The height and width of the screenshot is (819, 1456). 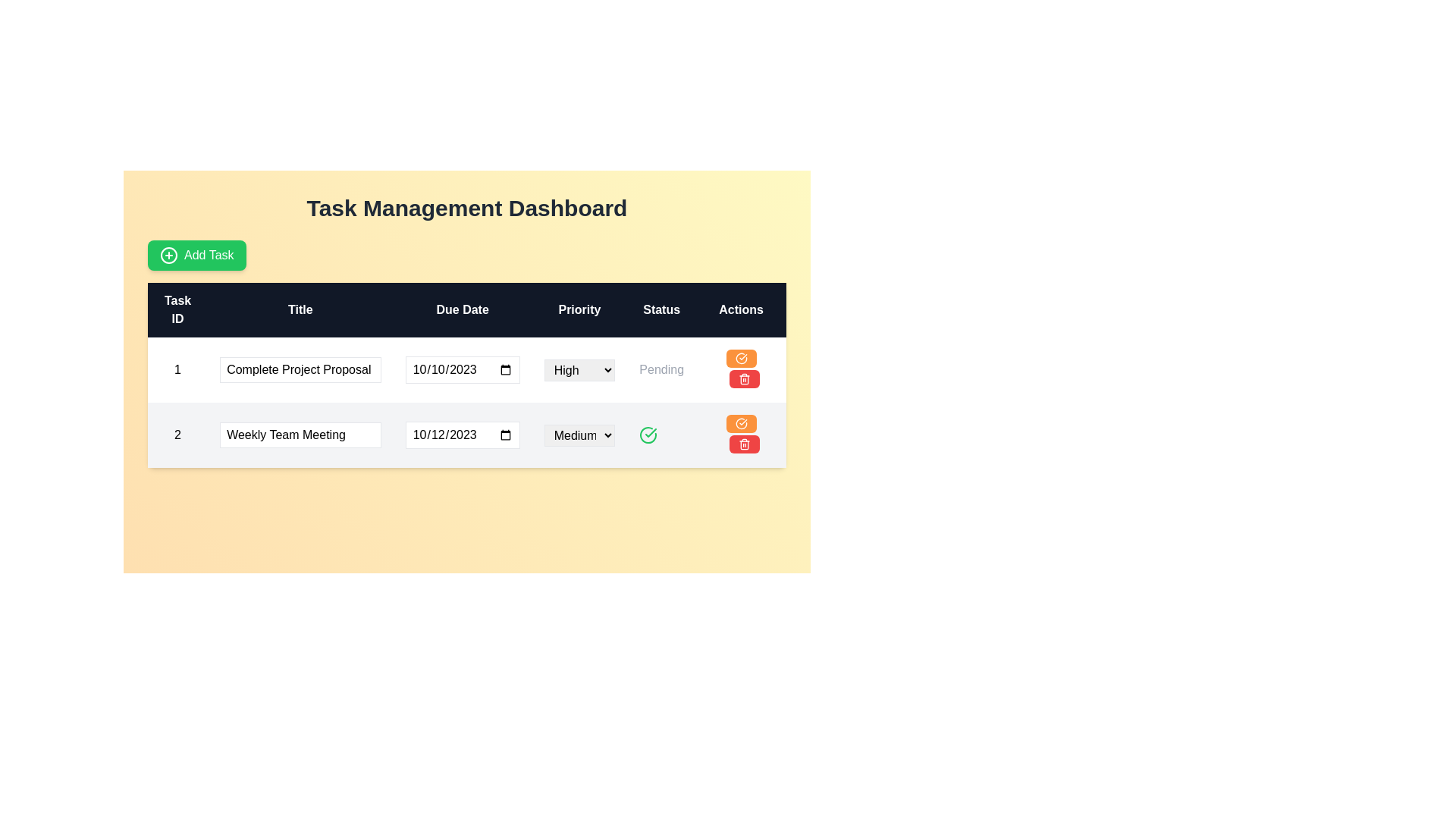 I want to click on text into the input field for the task titled 'Weekly Team Meeting', located in the second row of the task table under the 'Title' column, so click(x=300, y=435).